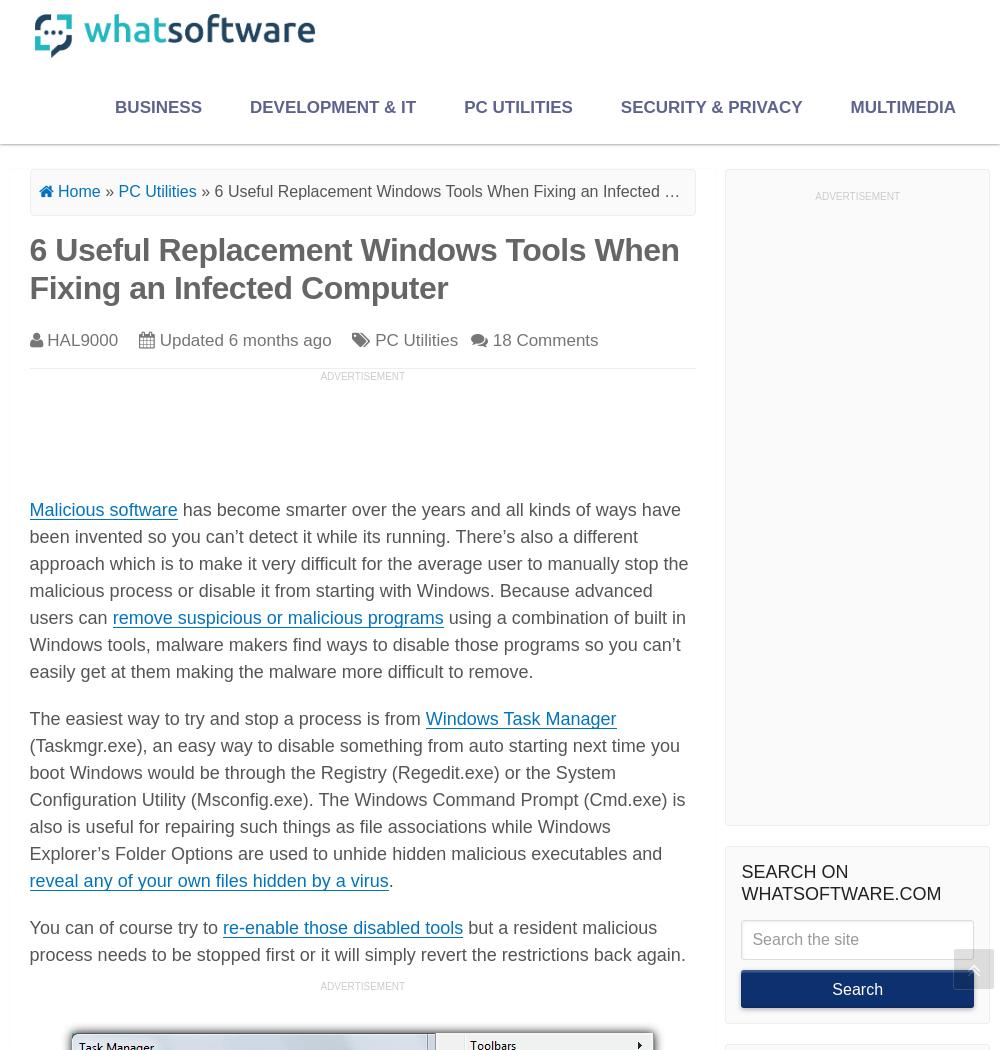 This screenshot has height=1050, width=1000. What do you see at coordinates (29, 927) in the screenshot?
I see `'You can of course try to'` at bounding box center [29, 927].